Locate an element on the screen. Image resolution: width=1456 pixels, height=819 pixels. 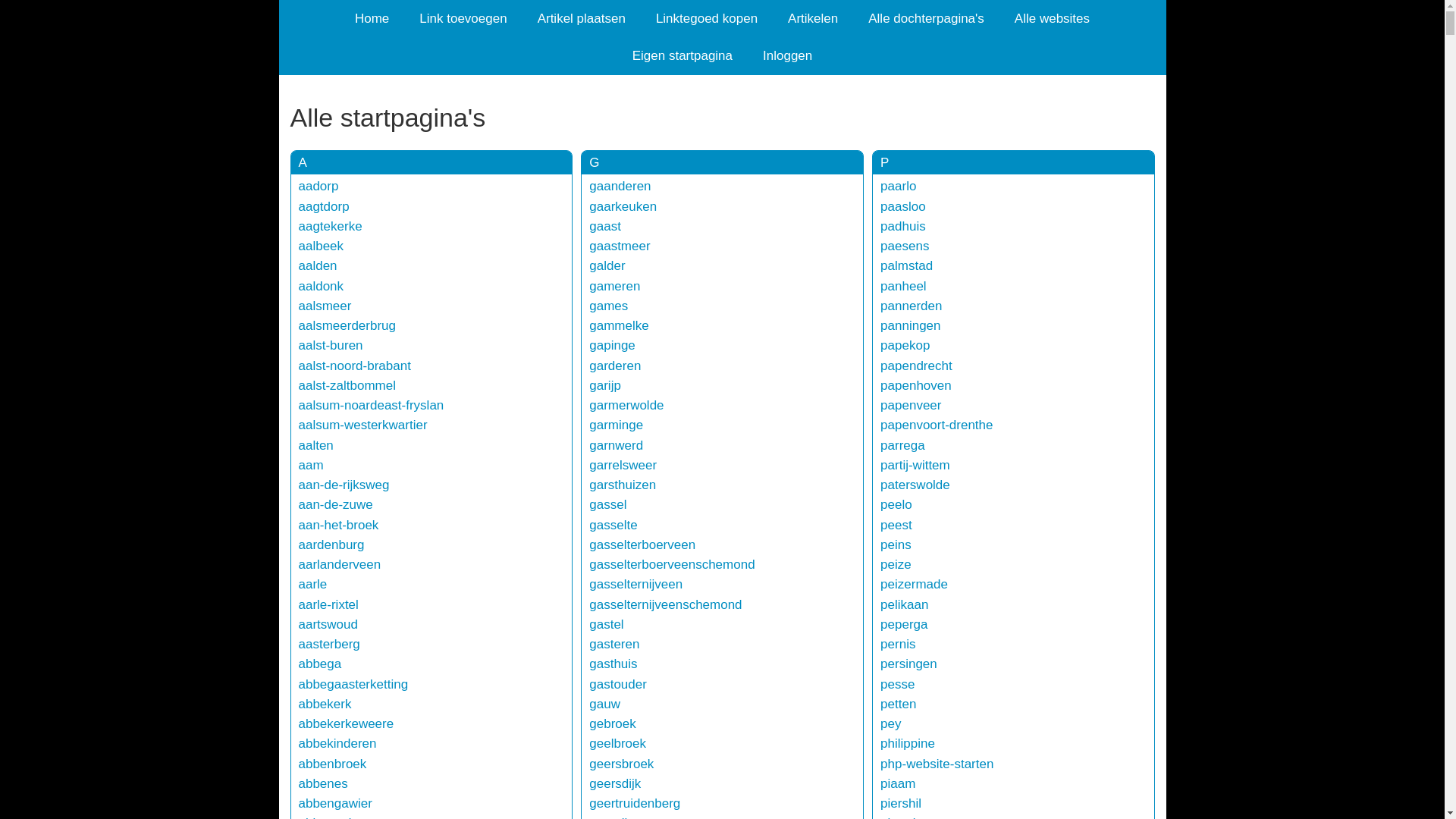
'aagtdorp' is located at coordinates (323, 206).